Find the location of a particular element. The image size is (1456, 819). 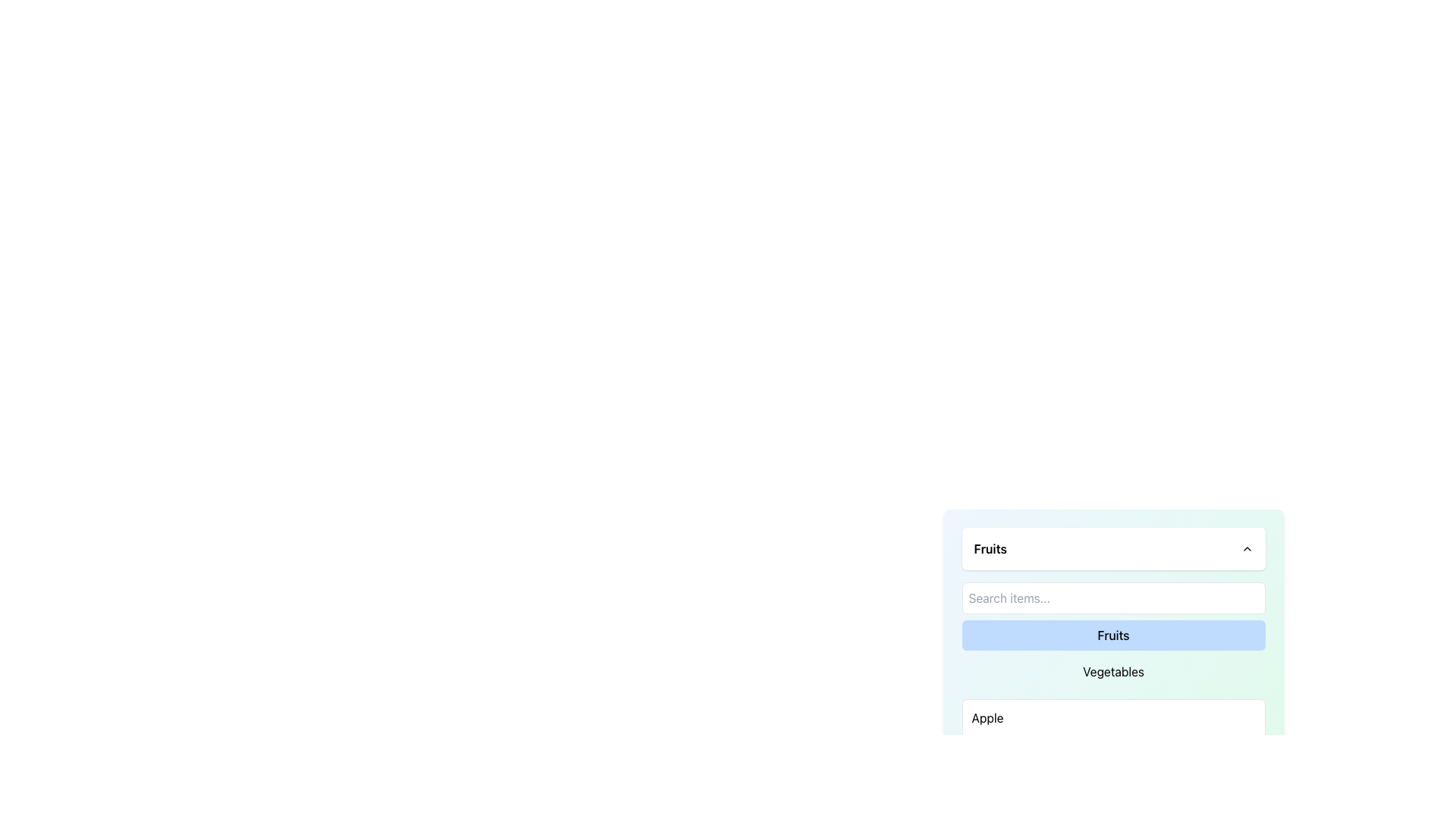

the 'Fruits' category button to observe its hover effect, which is the first button in the vertical list above the 'Vegetables' button is located at coordinates (1113, 635).